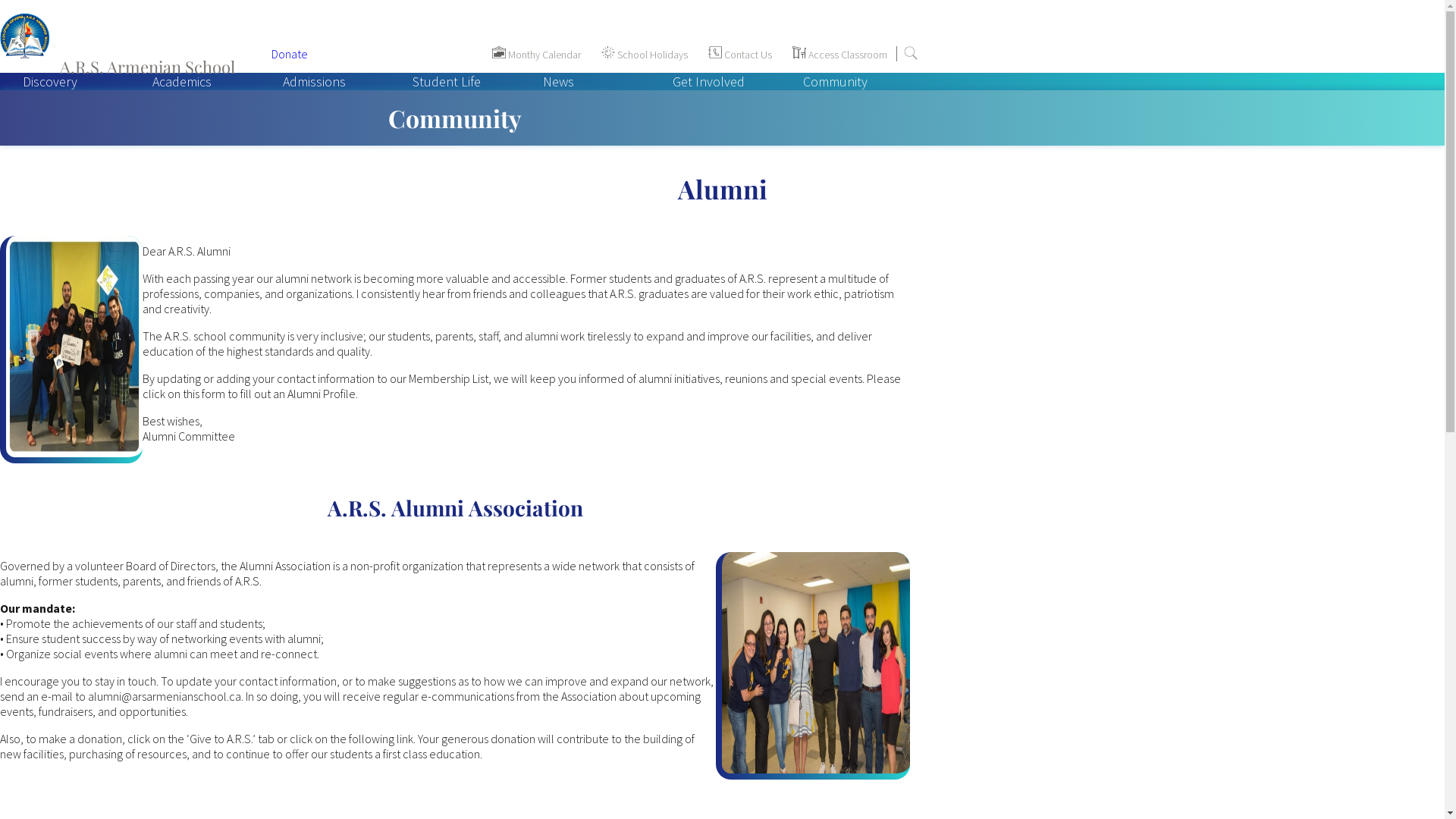 The height and width of the screenshot is (819, 1456). What do you see at coordinates (834, 81) in the screenshot?
I see `'Community'` at bounding box center [834, 81].